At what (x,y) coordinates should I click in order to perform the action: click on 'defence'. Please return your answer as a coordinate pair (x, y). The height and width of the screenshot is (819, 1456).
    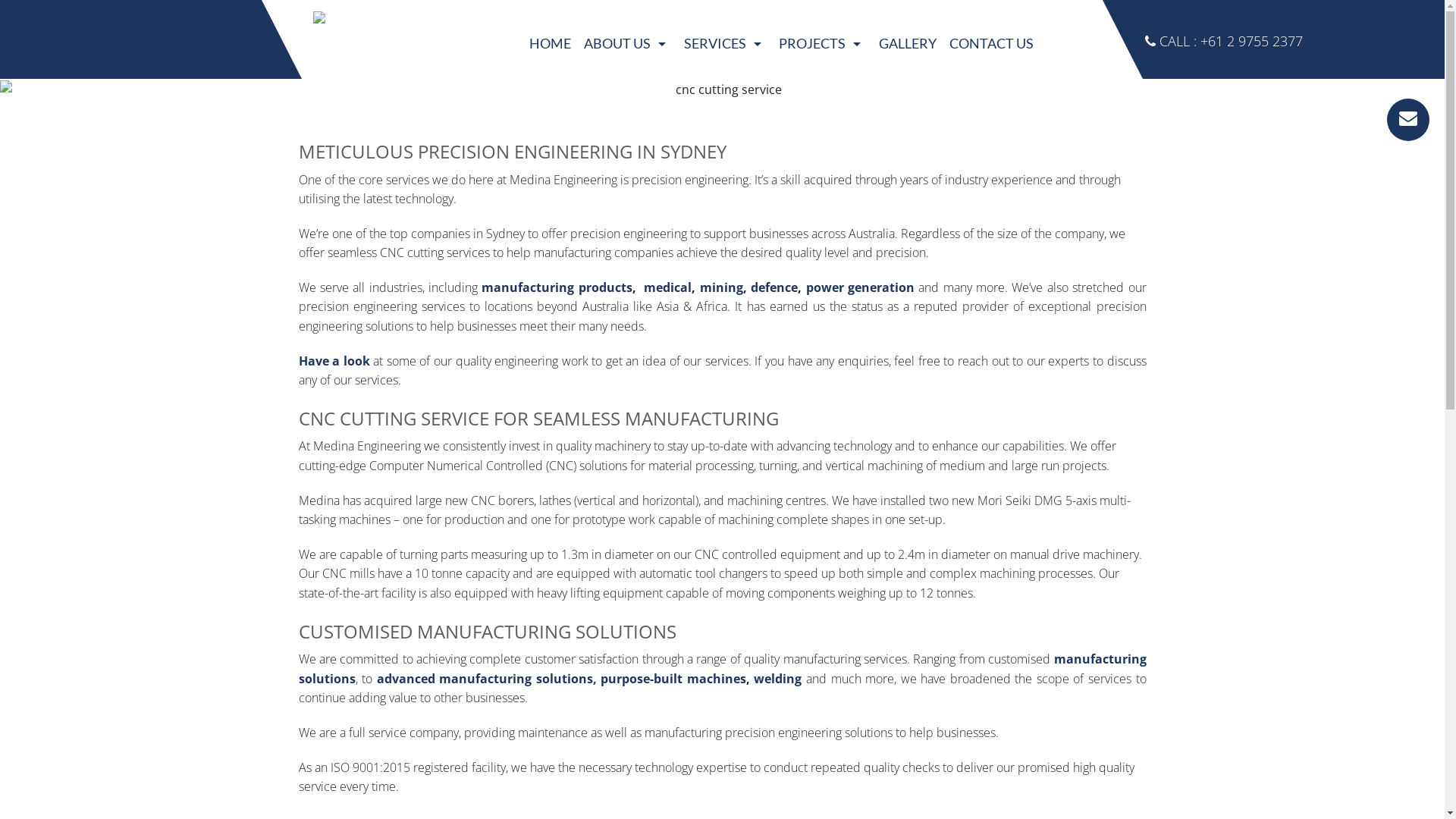
    Looking at the image, I should click on (774, 287).